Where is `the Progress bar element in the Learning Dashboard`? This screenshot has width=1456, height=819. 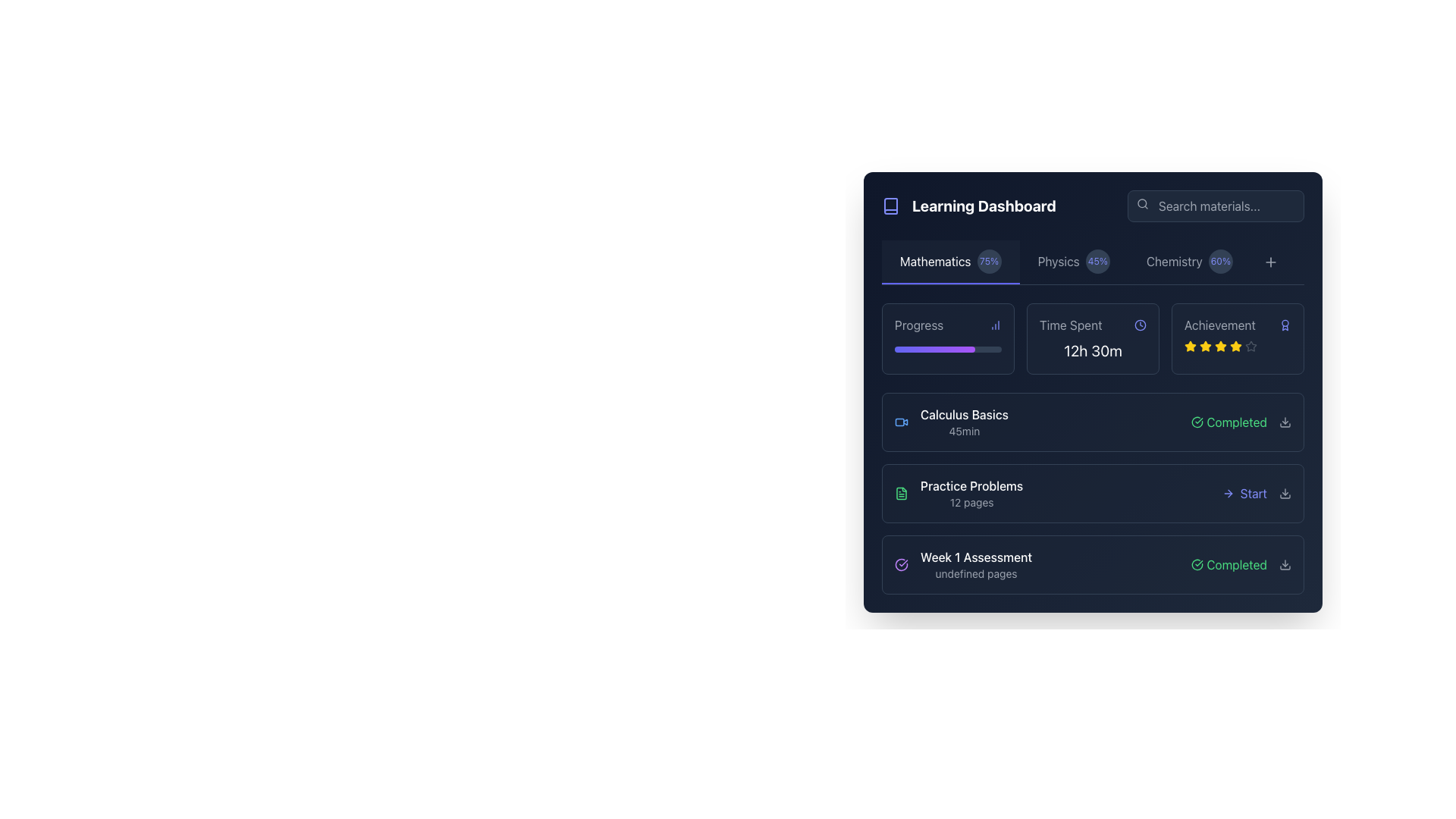
the Progress bar element in the Learning Dashboard is located at coordinates (947, 338).